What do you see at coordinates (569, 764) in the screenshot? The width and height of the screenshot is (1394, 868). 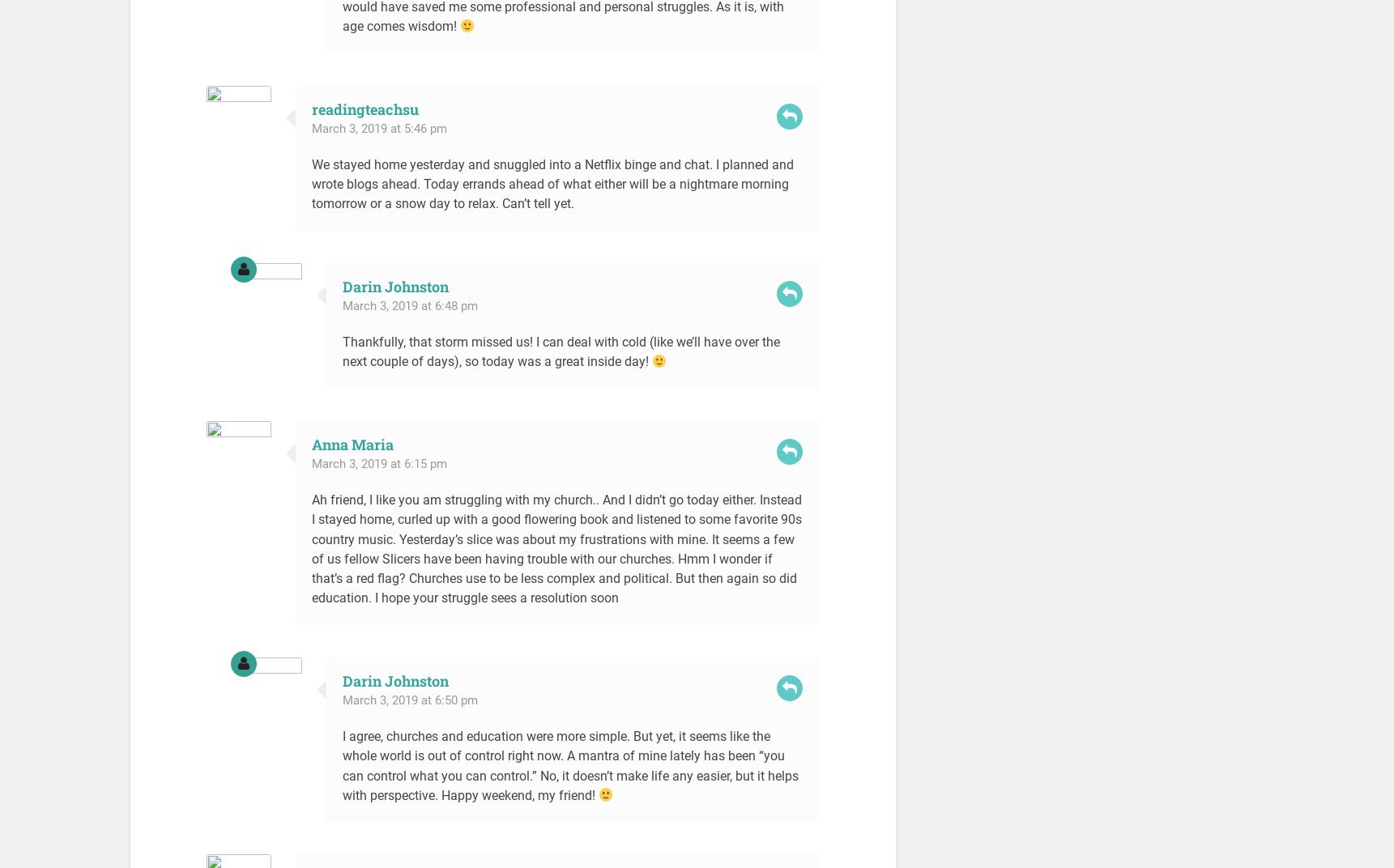 I see `'I agree, churches and education were more simple. But yet, it seems like the whole world is out of control right now. A mantra of mine lately has been “you can control what you can control.” No, it doesn’t make life any easier, but it helps with perspective. Happy weekend, my friend!'` at bounding box center [569, 764].